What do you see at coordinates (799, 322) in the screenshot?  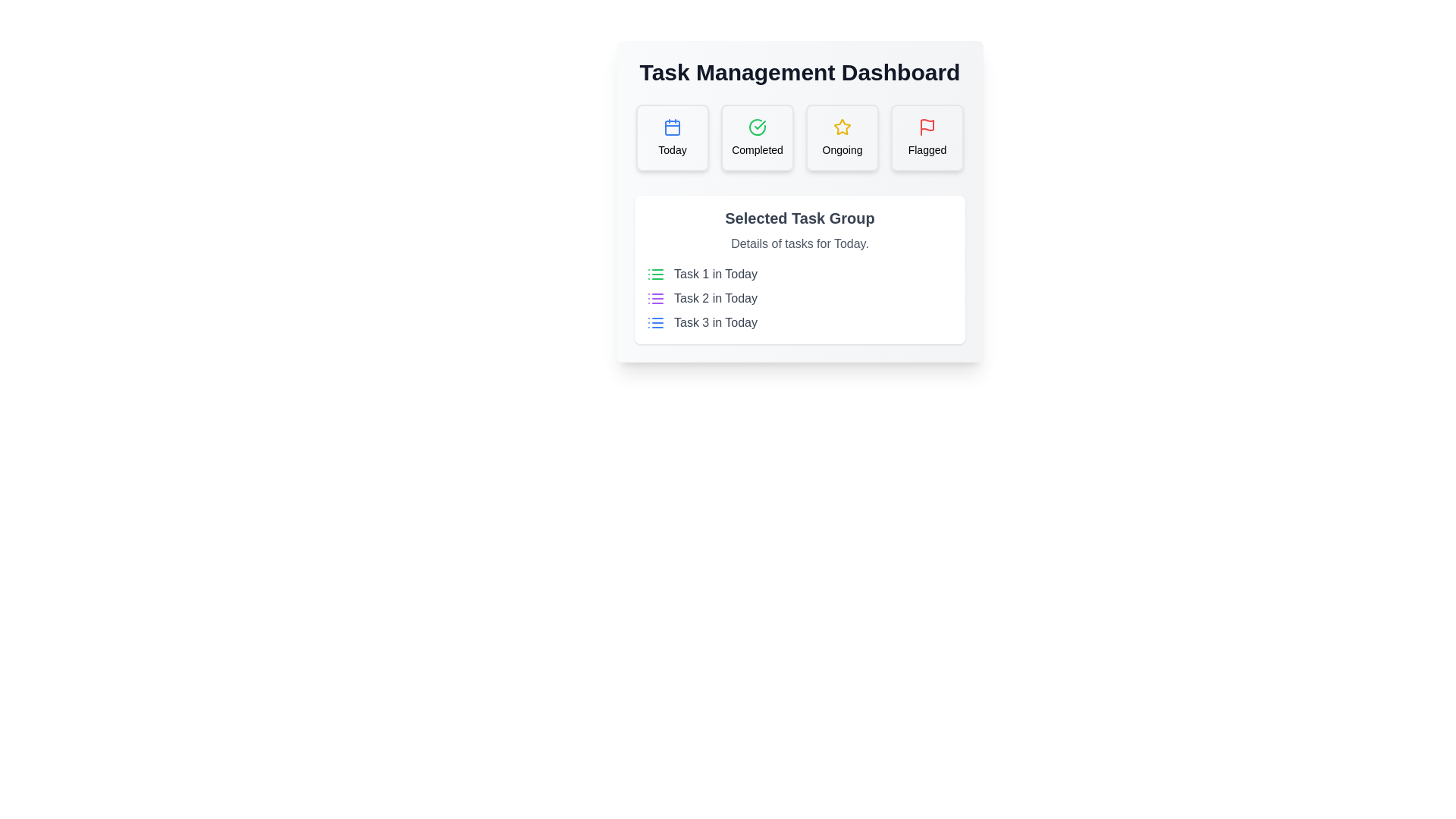 I see `the list item labeled 'Task 3 in Today'` at bounding box center [799, 322].